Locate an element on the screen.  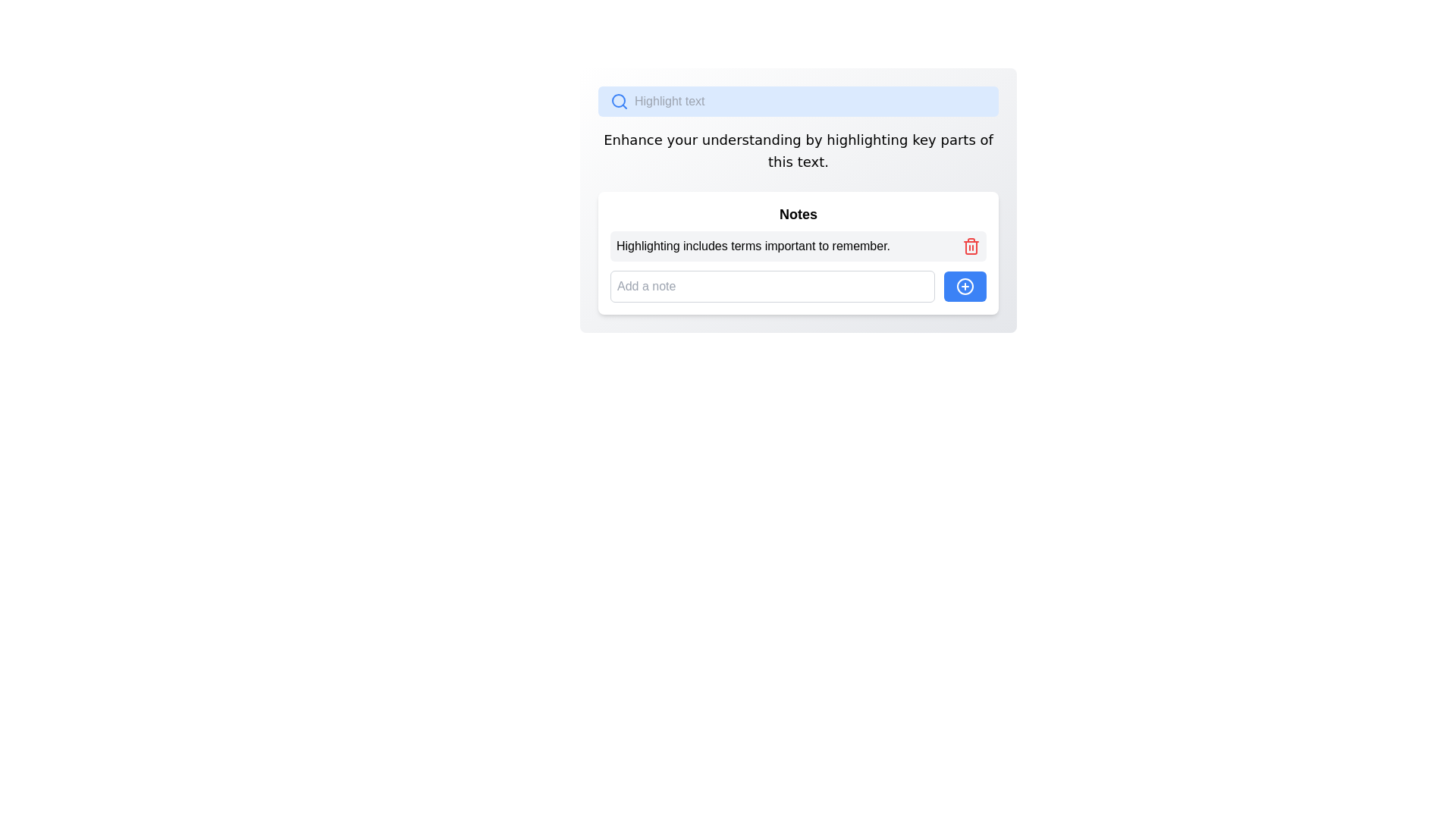
the Highlight marker located right after the letter 'e' in the phrase 'Enhance' within the sentence 'Enhance your understanding by highlighting key parts of this text.' is located at coordinates (664, 140).